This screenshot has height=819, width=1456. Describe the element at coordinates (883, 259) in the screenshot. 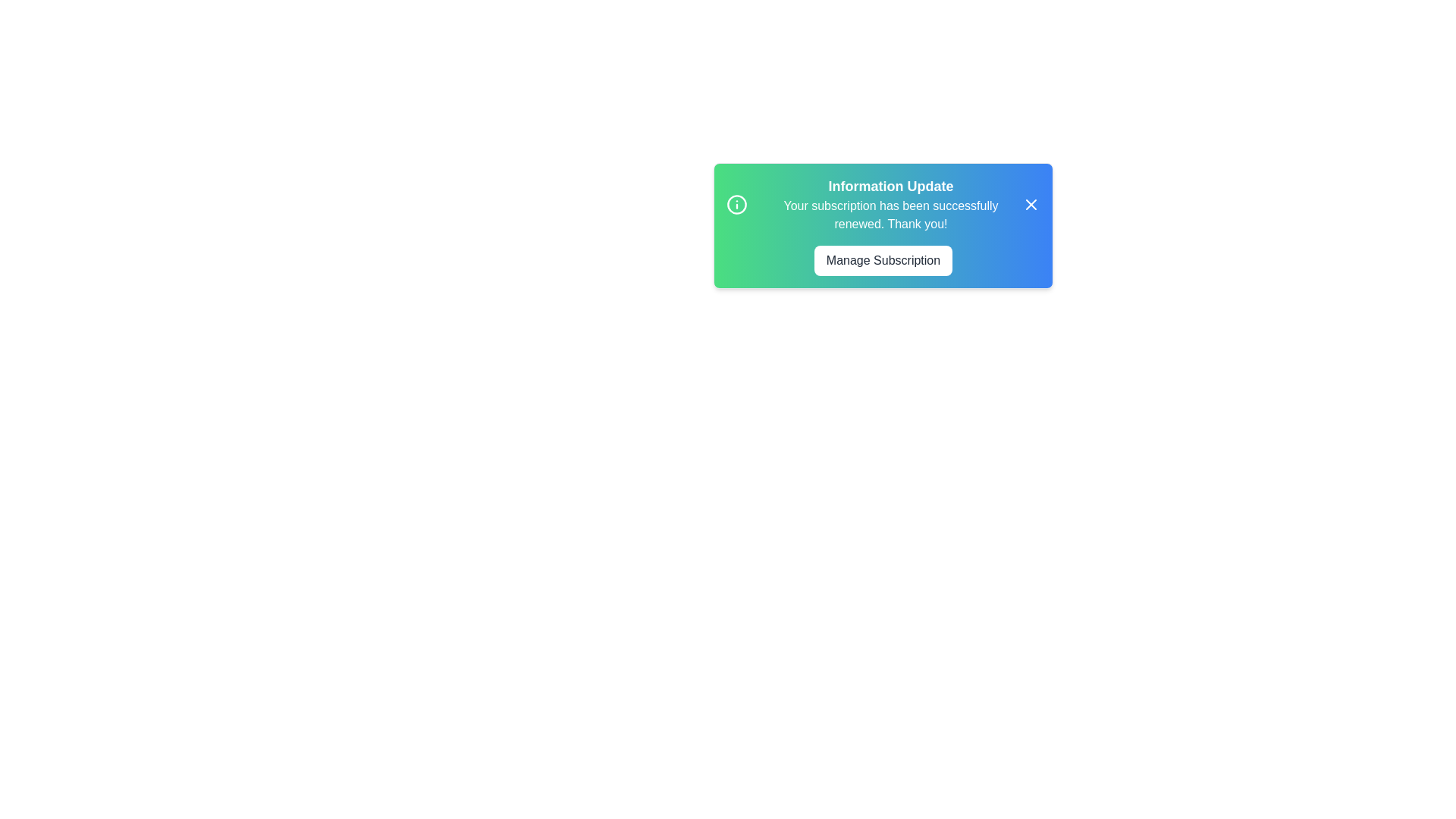

I see `the 'Manage Subscription' button` at that location.